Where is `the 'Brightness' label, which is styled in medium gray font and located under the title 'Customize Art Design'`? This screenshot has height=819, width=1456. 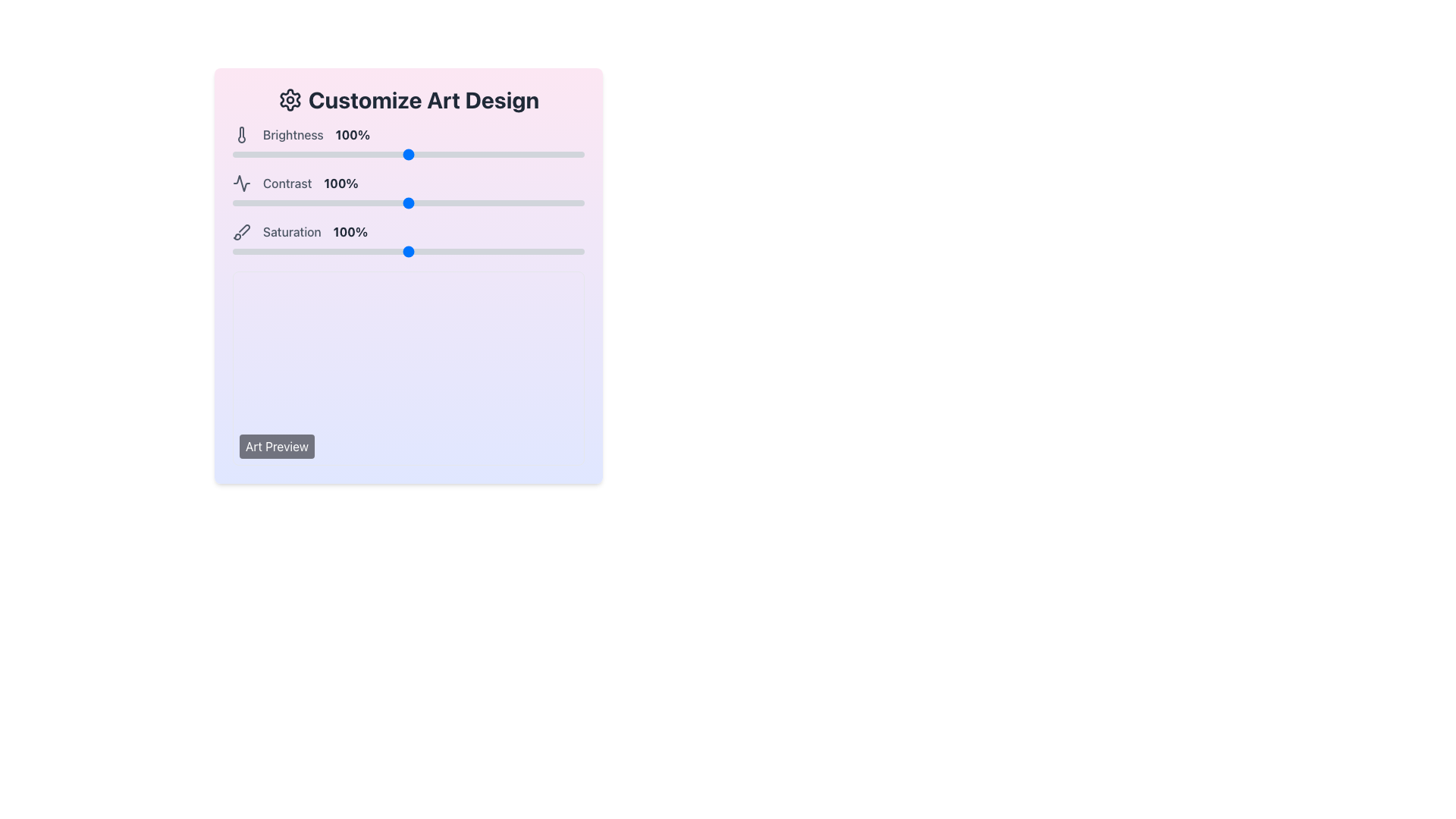
the 'Brightness' label, which is styled in medium gray font and located under the title 'Customize Art Design' is located at coordinates (293, 133).